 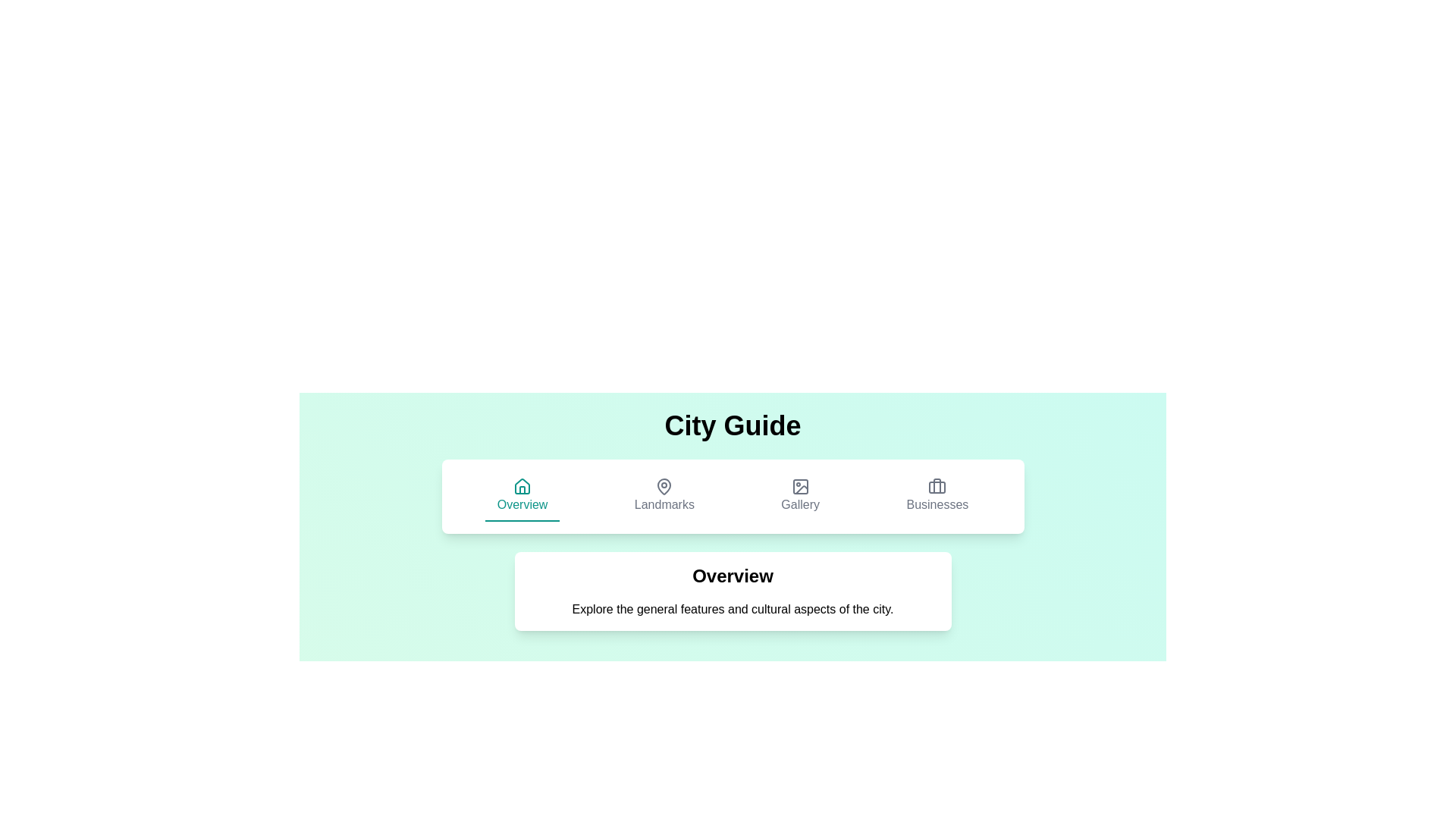 What do you see at coordinates (801, 490) in the screenshot?
I see `the diagonal line segment within the SVG representing the 'Gallery' tab icon, which is styled with a thin stroke` at bounding box center [801, 490].